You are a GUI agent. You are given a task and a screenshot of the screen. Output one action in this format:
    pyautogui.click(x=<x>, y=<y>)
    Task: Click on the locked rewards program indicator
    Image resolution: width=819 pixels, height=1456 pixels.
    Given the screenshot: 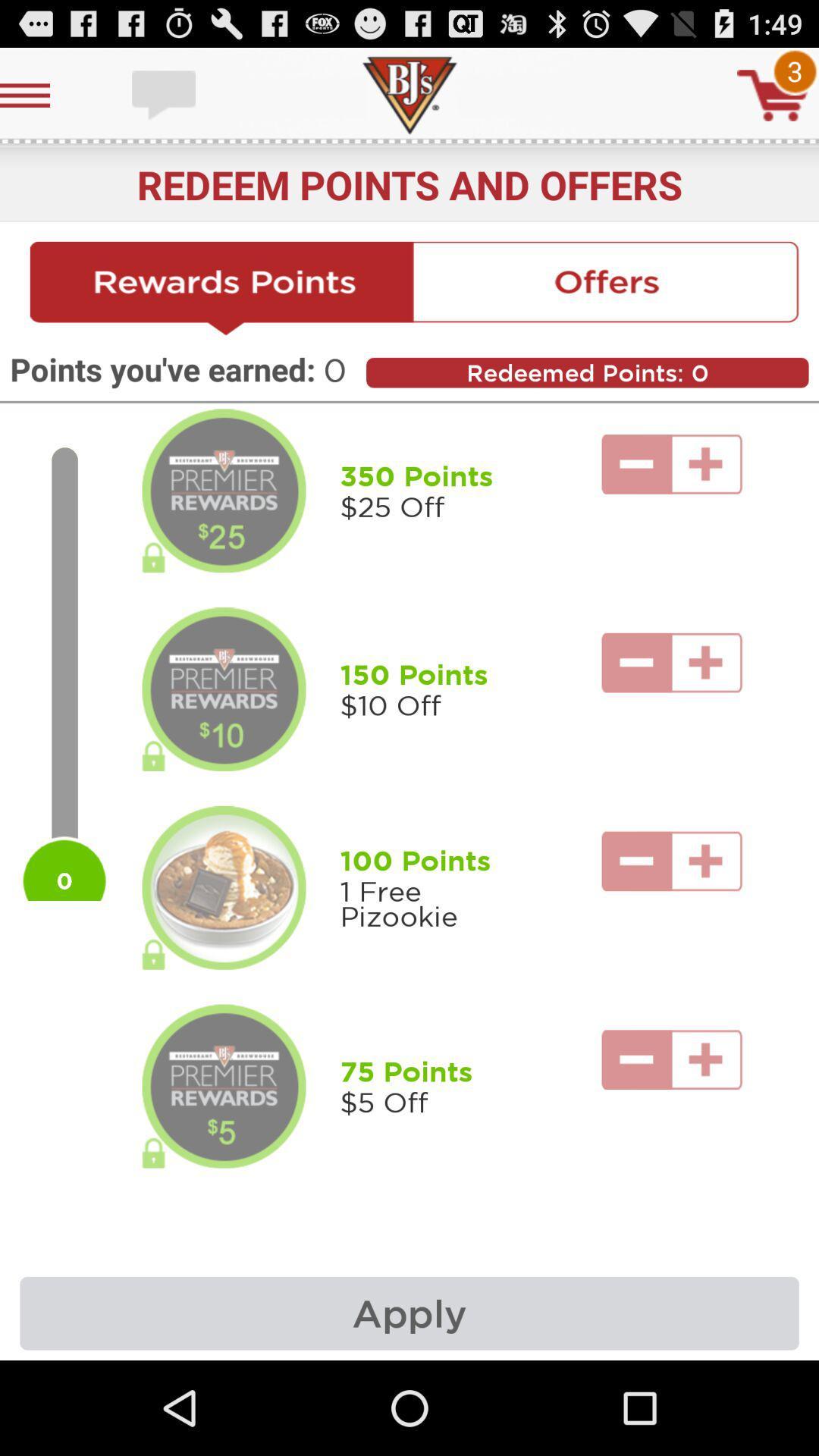 What is the action you would take?
    pyautogui.click(x=224, y=689)
    